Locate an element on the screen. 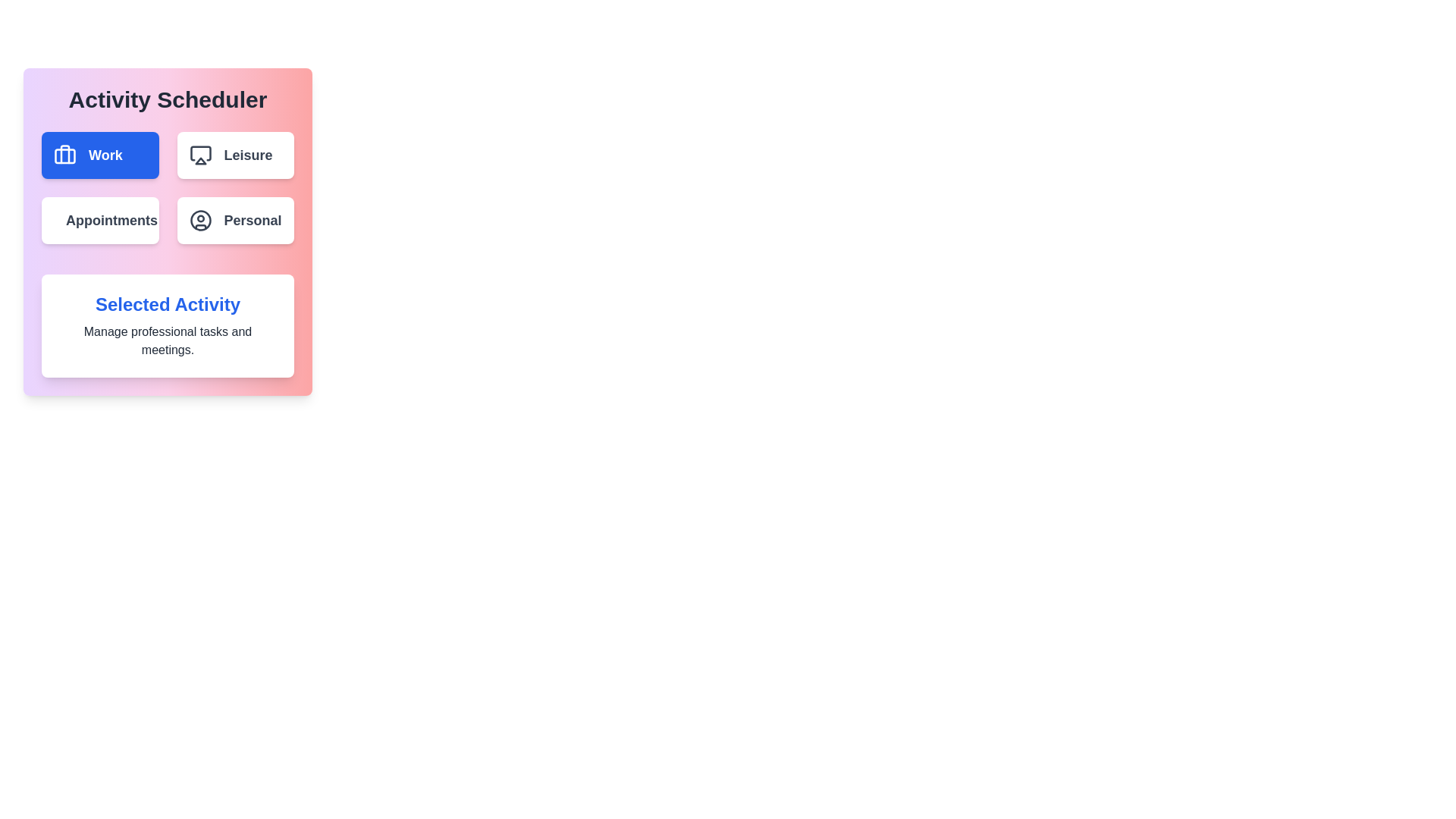 This screenshot has width=1456, height=819. the 'Work' activity icon located in the top-left button of the 2x2 grid on the 'Activity Scheduler' card is located at coordinates (64, 155).